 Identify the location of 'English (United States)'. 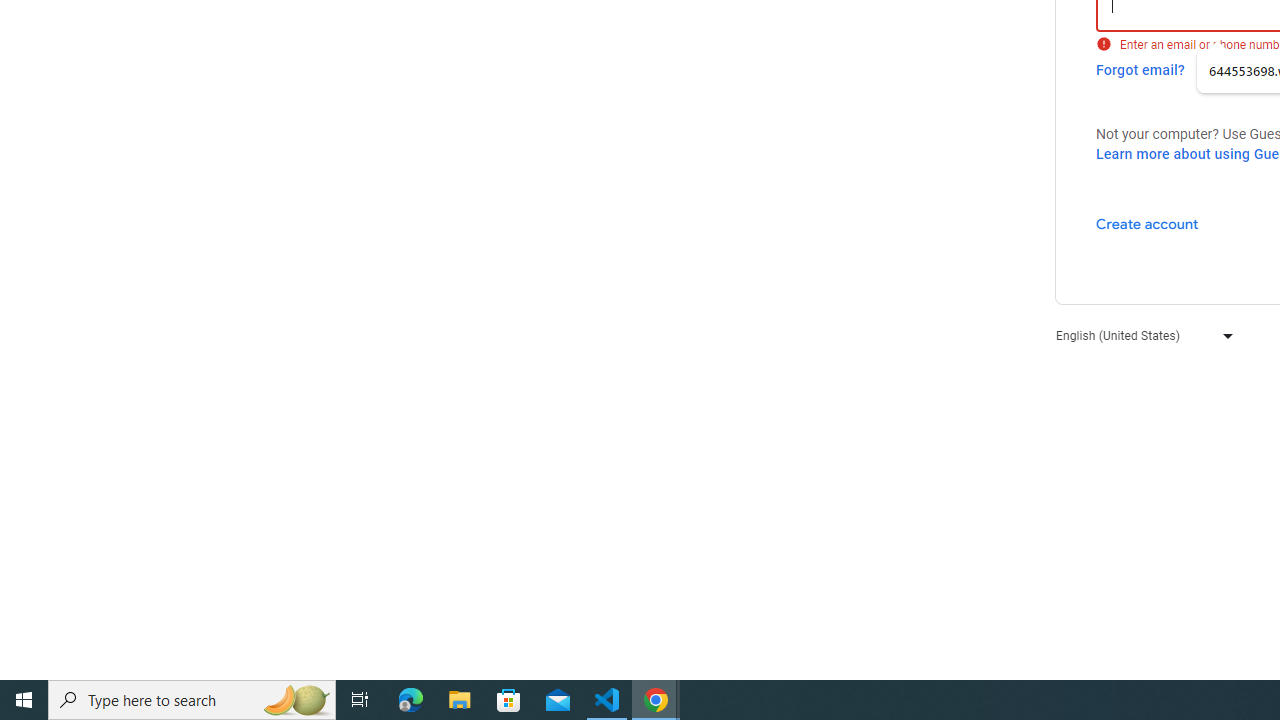
(1139, 334).